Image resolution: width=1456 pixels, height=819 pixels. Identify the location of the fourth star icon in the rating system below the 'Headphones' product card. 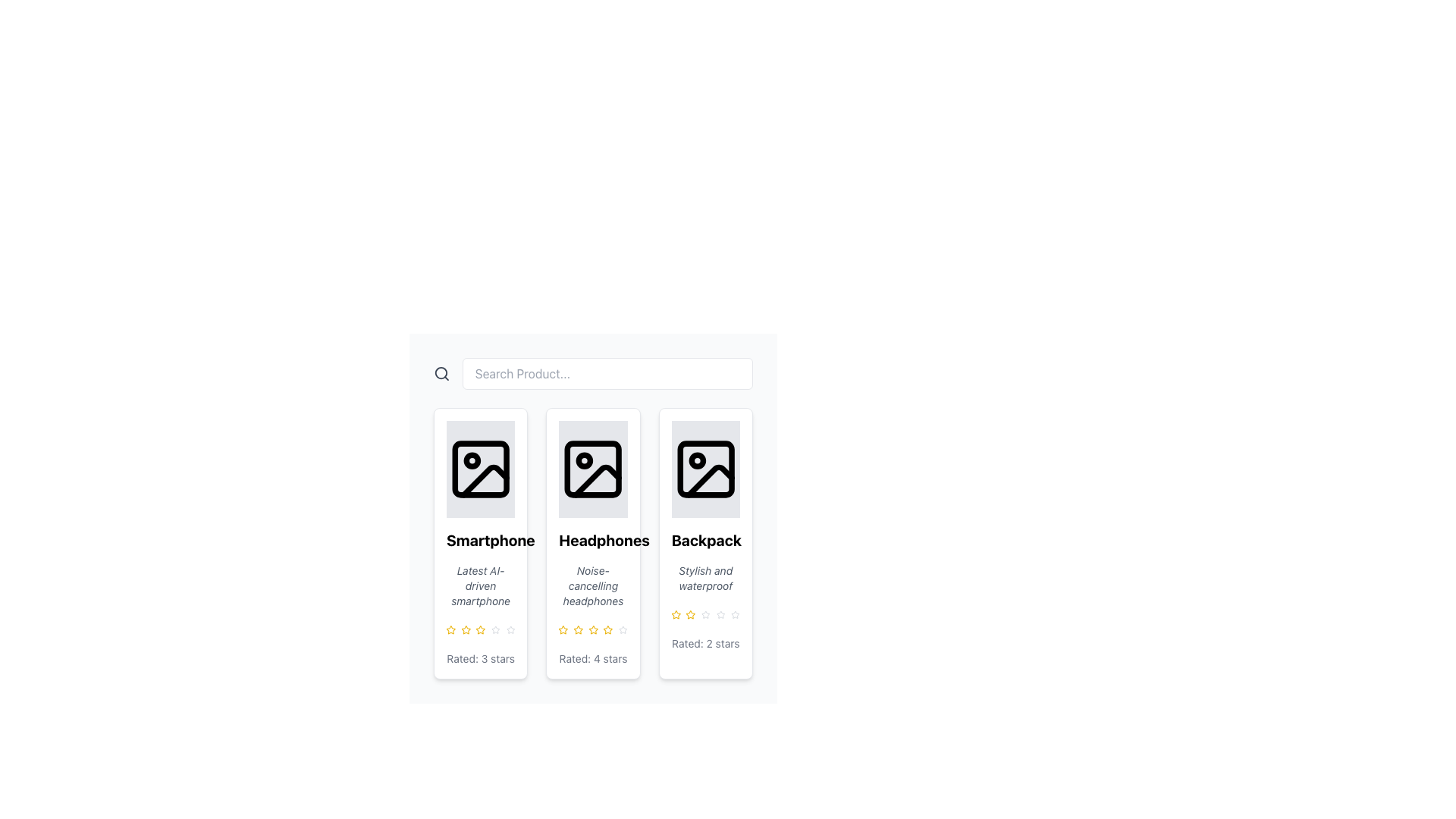
(592, 629).